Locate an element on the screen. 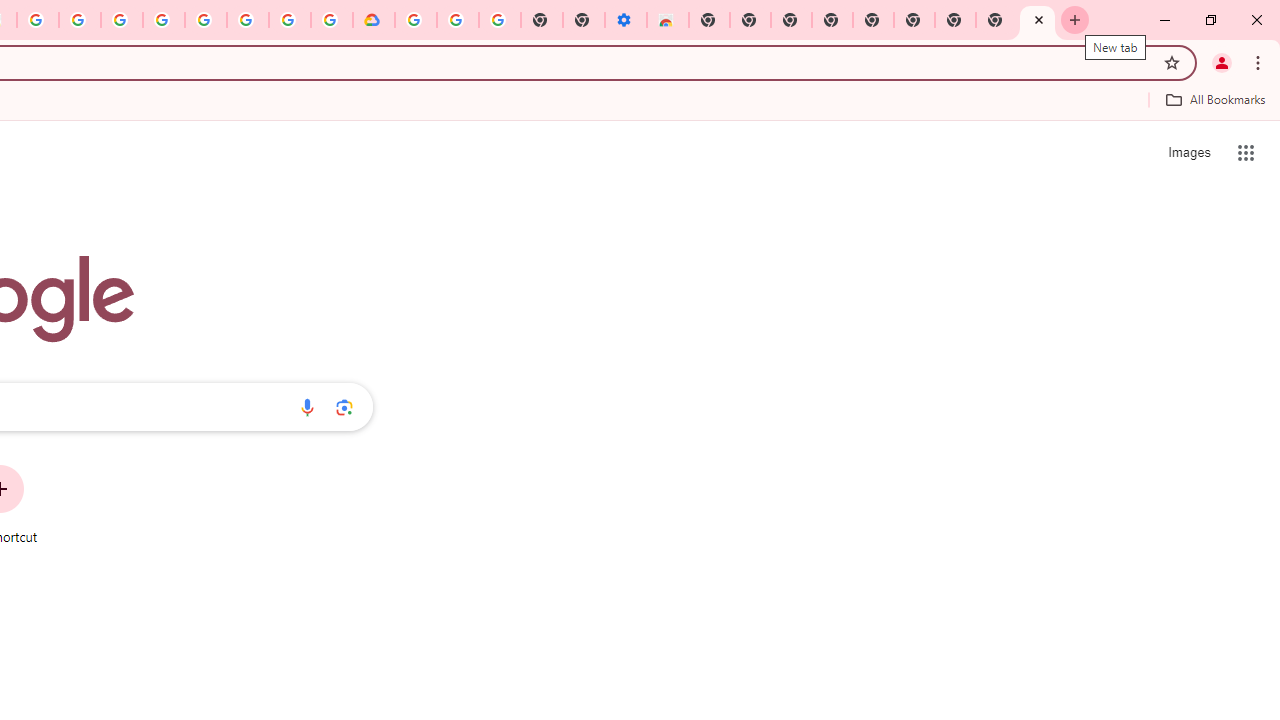 This screenshot has width=1280, height=720. 'Settings - Accessibility' is located at coordinates (624, 20).